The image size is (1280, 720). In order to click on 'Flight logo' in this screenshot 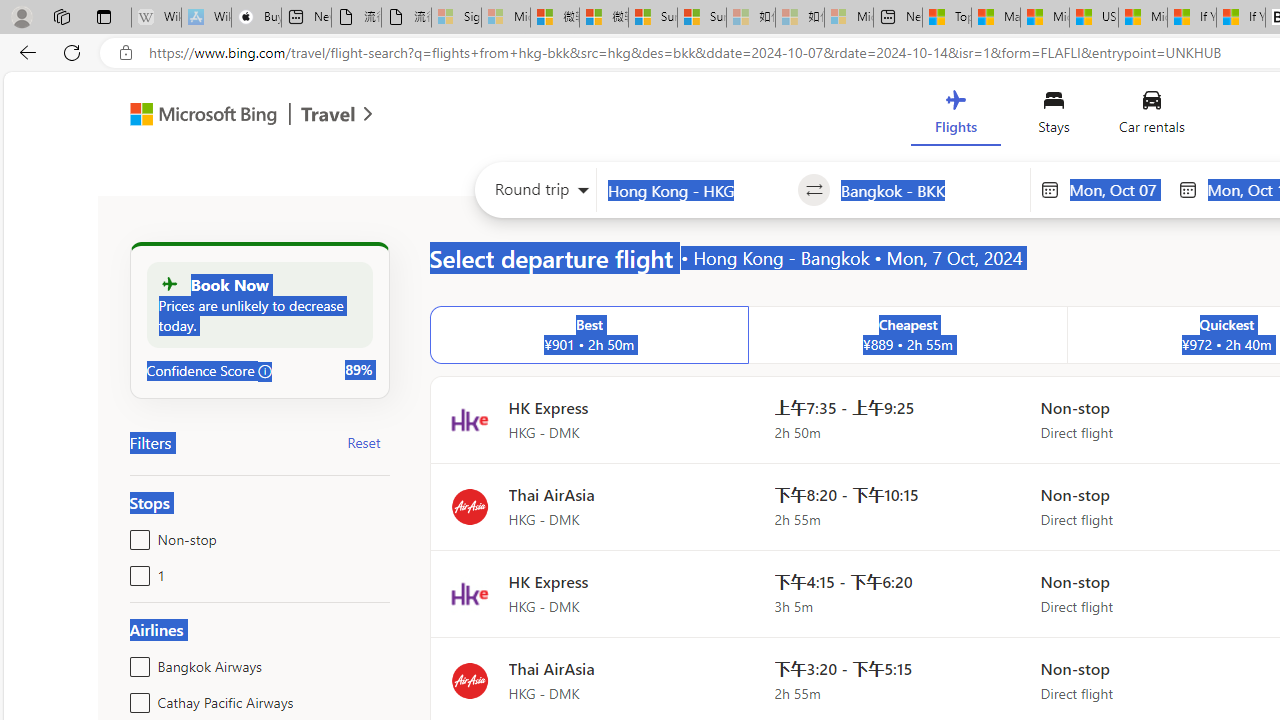, I will do `click(468, 679)`.